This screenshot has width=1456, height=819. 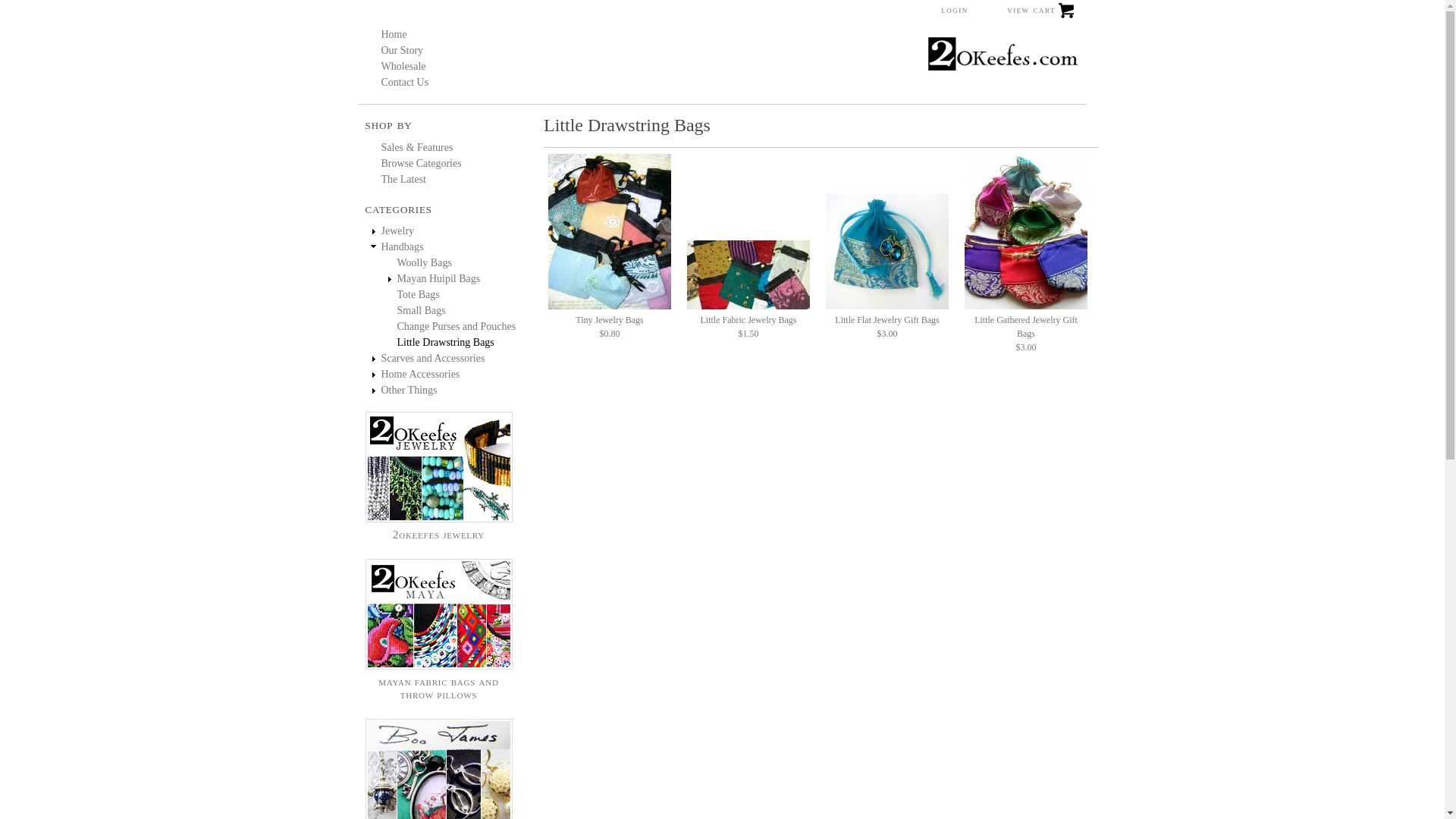 What do you see at coordinates (381, 82) in the screenshot?
I see `'Contact Us'` at bounding box center [381, 82].